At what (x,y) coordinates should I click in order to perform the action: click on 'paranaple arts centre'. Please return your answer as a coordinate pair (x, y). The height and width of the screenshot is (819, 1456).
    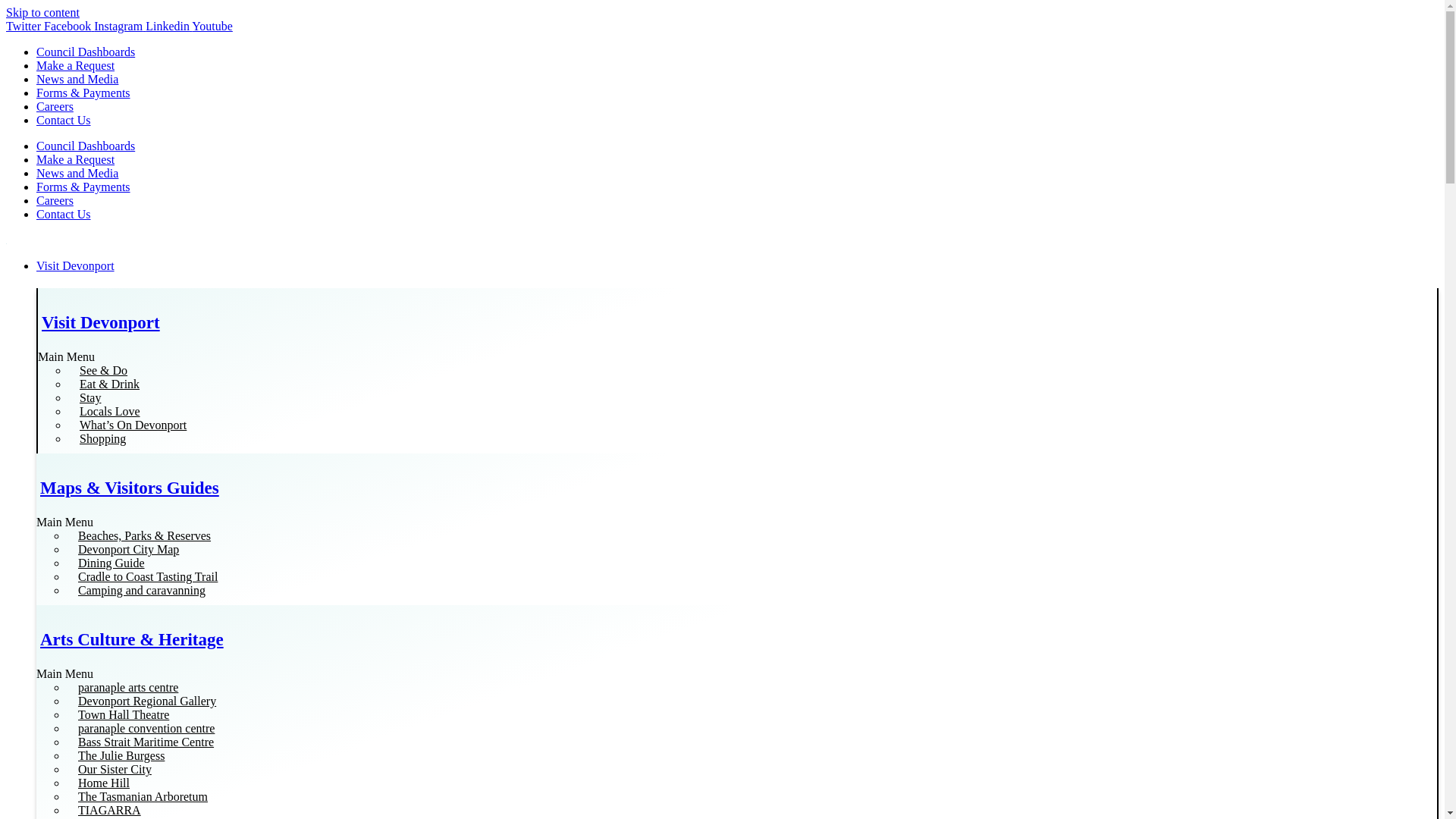
    Looking at the image, I should click on (127, 687).